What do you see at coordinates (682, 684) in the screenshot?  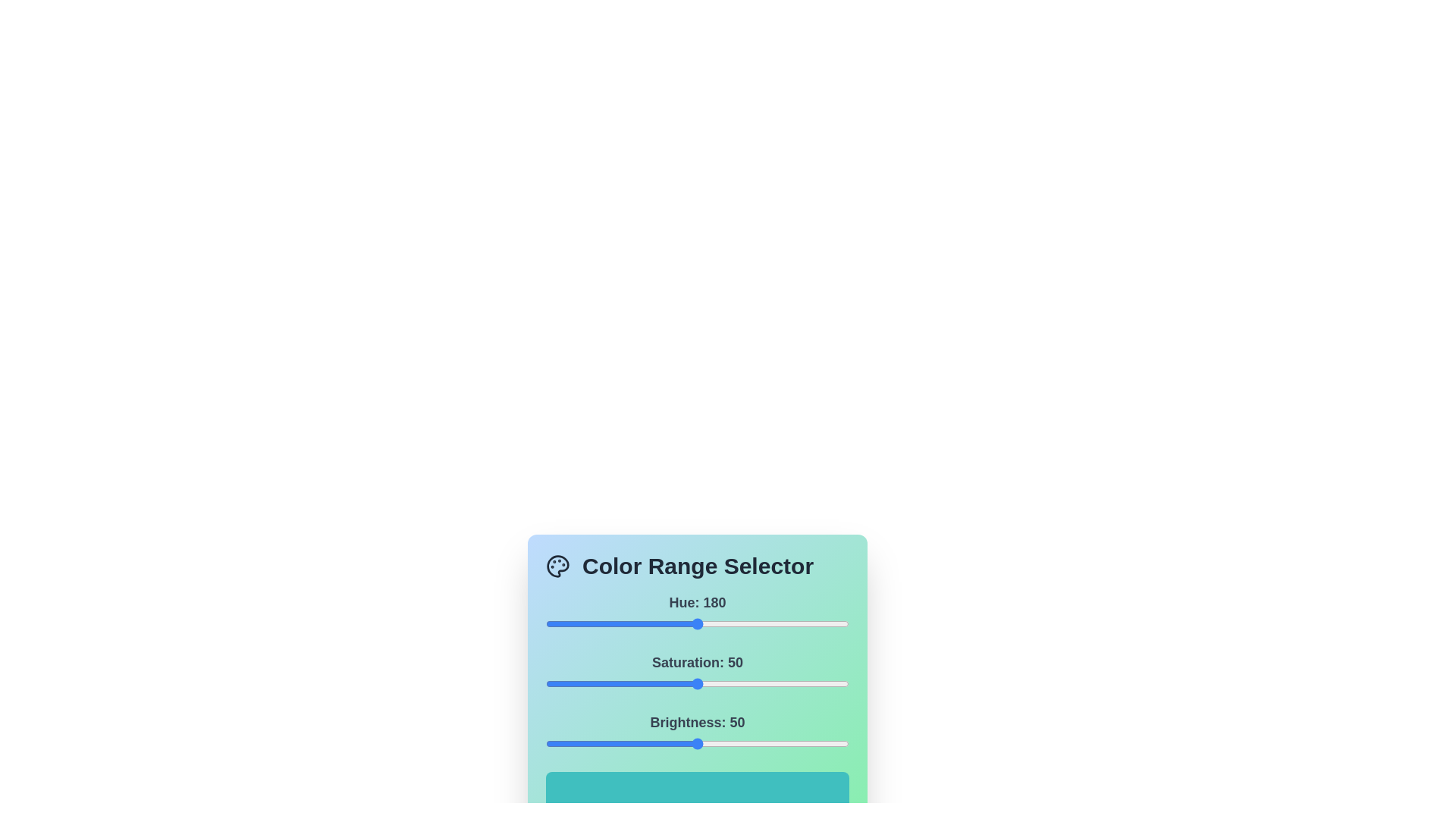 I see `the 1 slider to 45` at bounding box center [682, 684].